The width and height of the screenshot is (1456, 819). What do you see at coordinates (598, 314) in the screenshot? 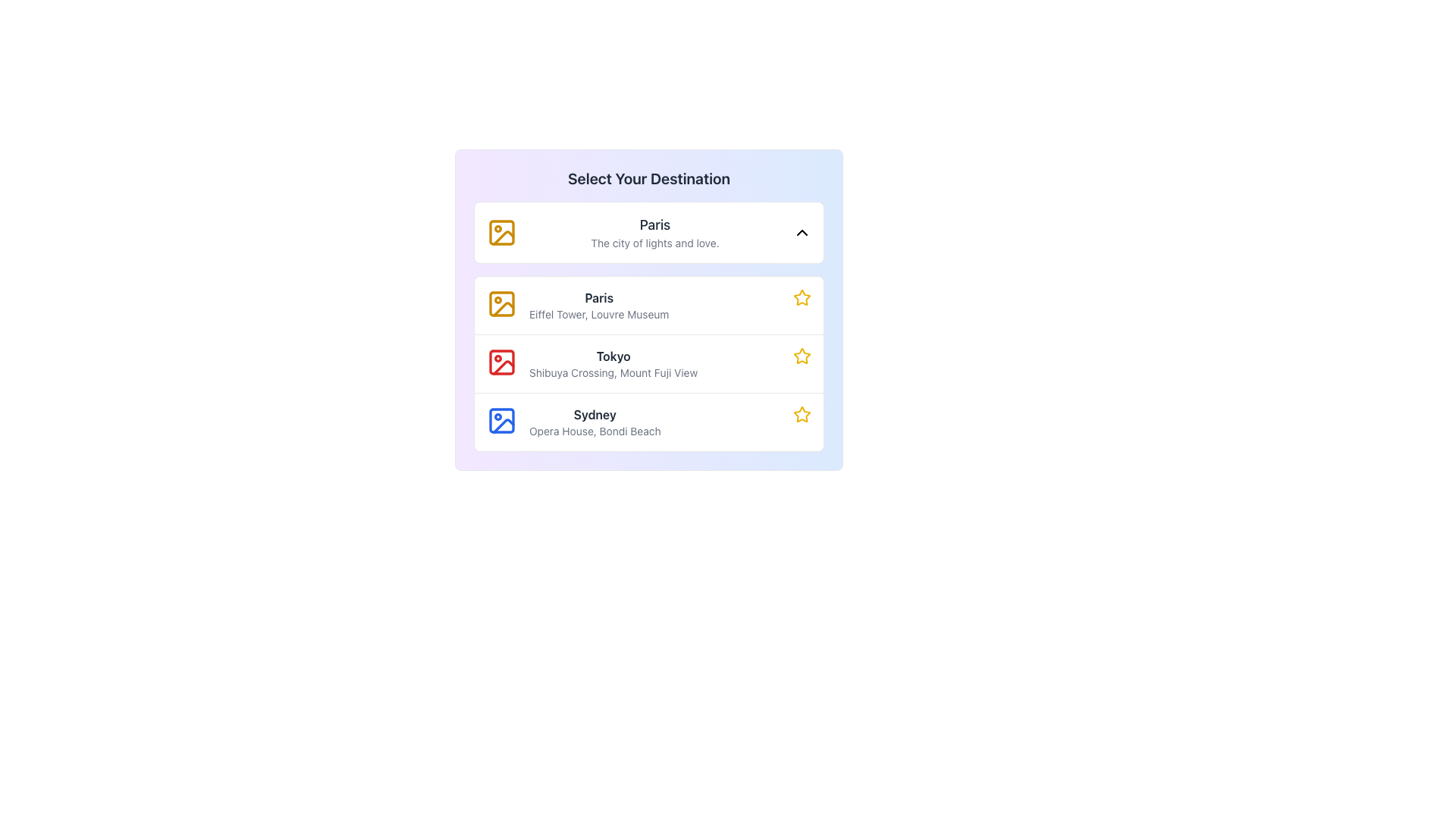
I see `descriptive text label located below the main heading 'Paris' in the second list item of the destinations` at bounding box center [598, 314].